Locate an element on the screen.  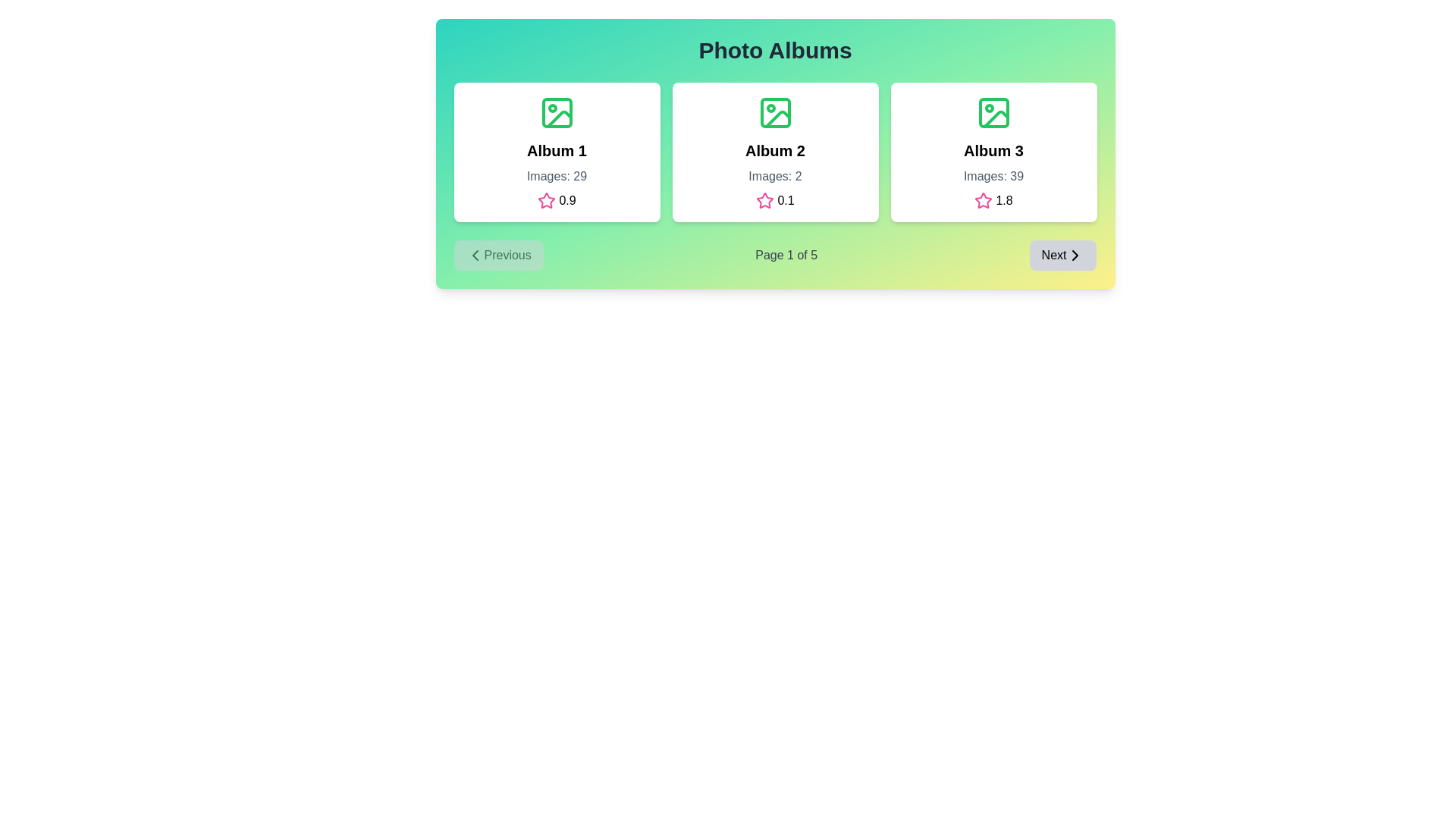
the text label displaying 'Images: 29' located below the title 'Album 1' in the leftmost card of the album section is located at coordinates (556, 175).